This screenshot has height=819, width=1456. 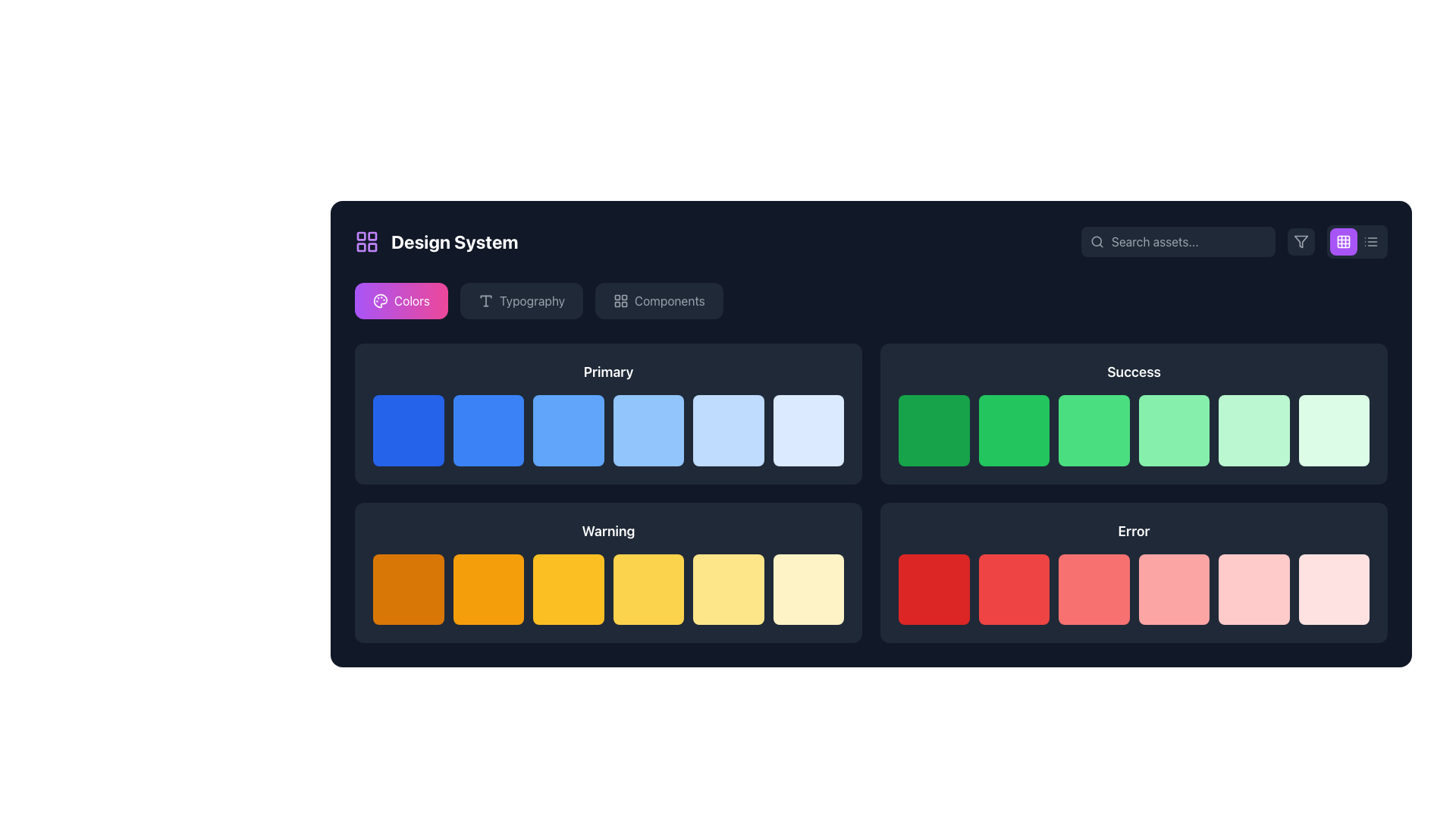 I want to click on the square-shaped button with a soft red background located in the 'Error' section as the last item in its row to gain accessibility interactions, so click(x=1333, y=588).